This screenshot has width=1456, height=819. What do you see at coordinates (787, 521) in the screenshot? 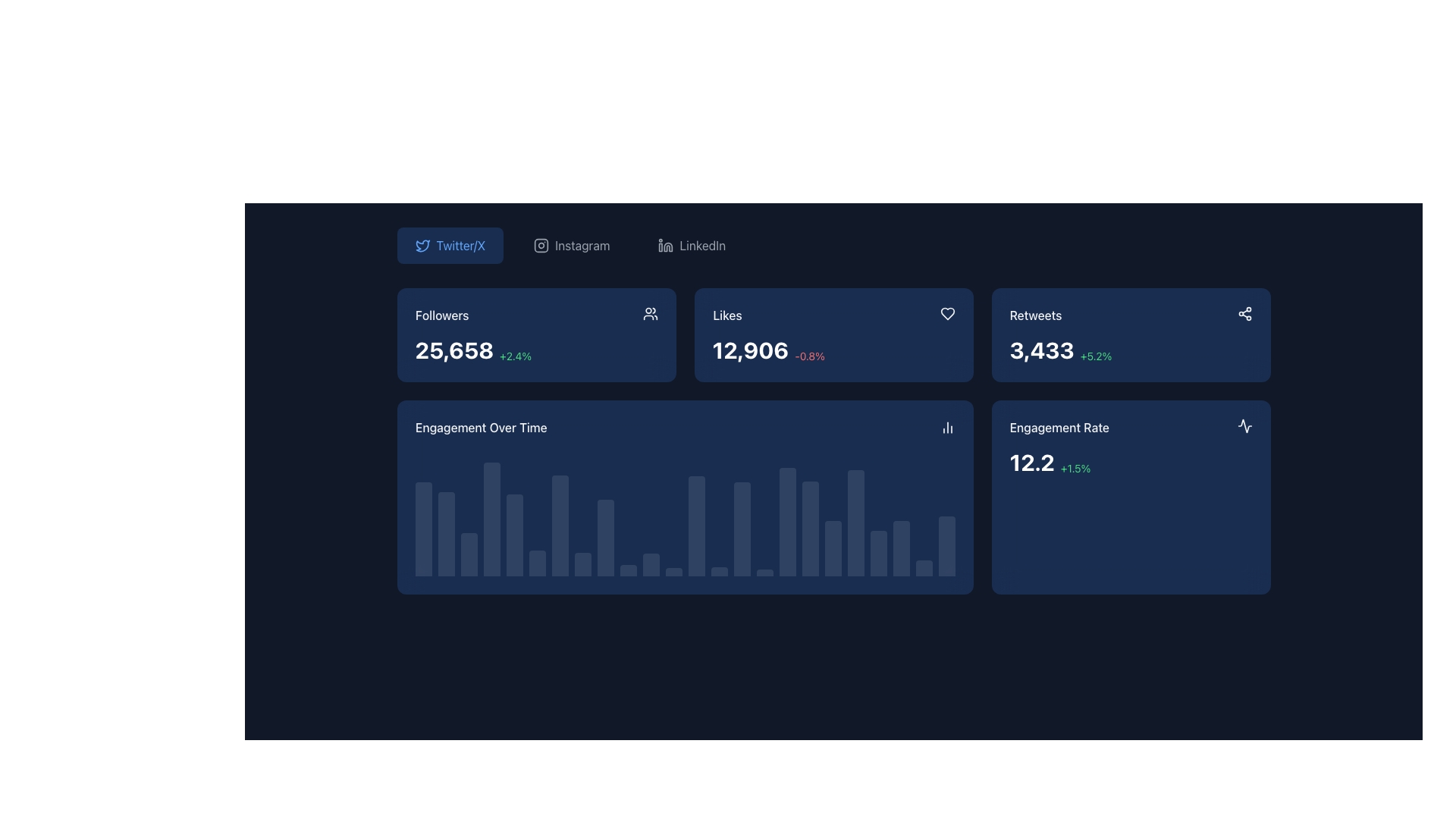
I see `the data visualization bar in the 'Engagement Over Time' bar chart, which is the seventeenth bar from the left` at bounding box center [787, 521].